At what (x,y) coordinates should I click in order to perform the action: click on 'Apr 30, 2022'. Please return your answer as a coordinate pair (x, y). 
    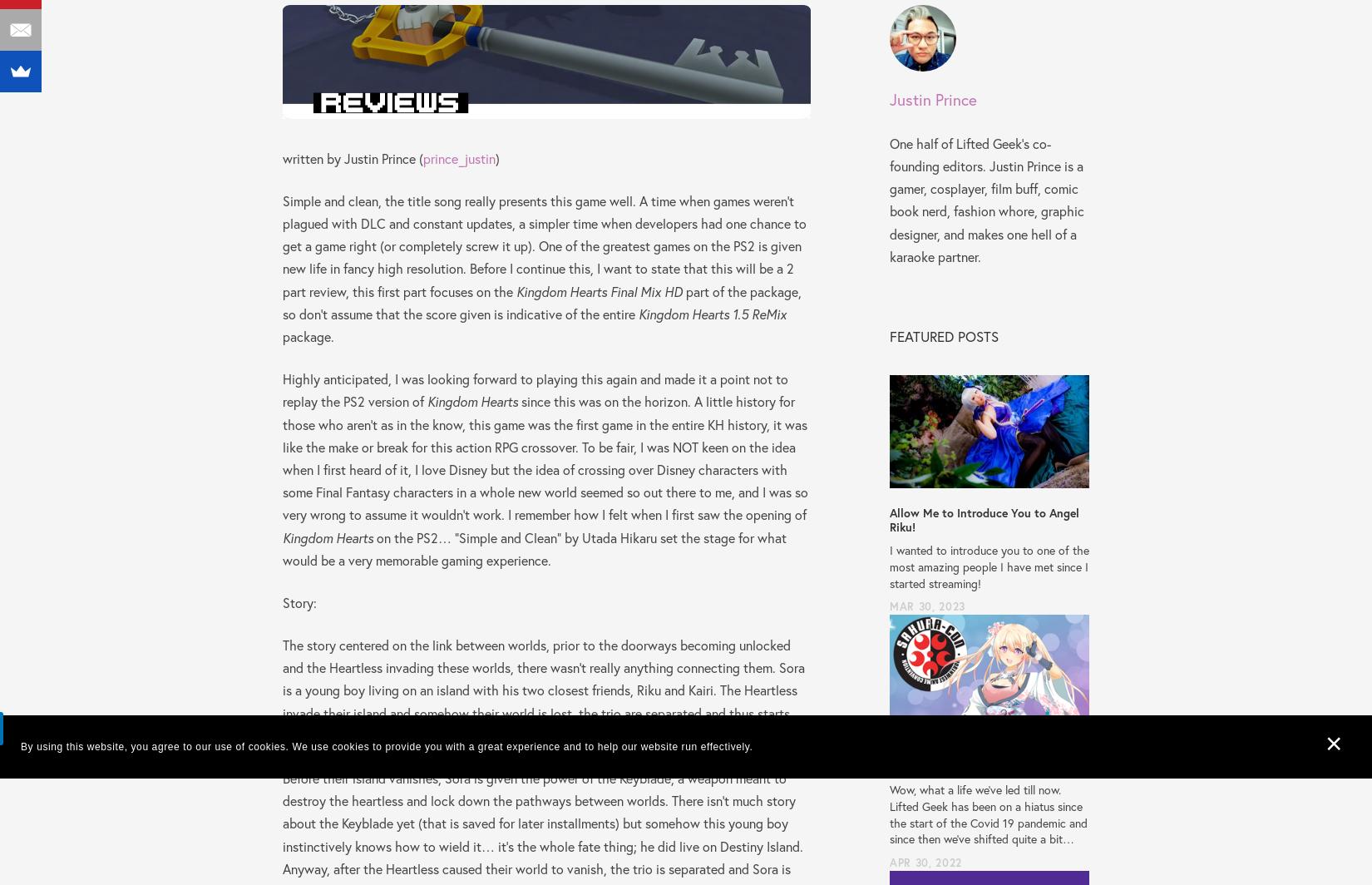
    Looking at the image, I should click on (925, 862).